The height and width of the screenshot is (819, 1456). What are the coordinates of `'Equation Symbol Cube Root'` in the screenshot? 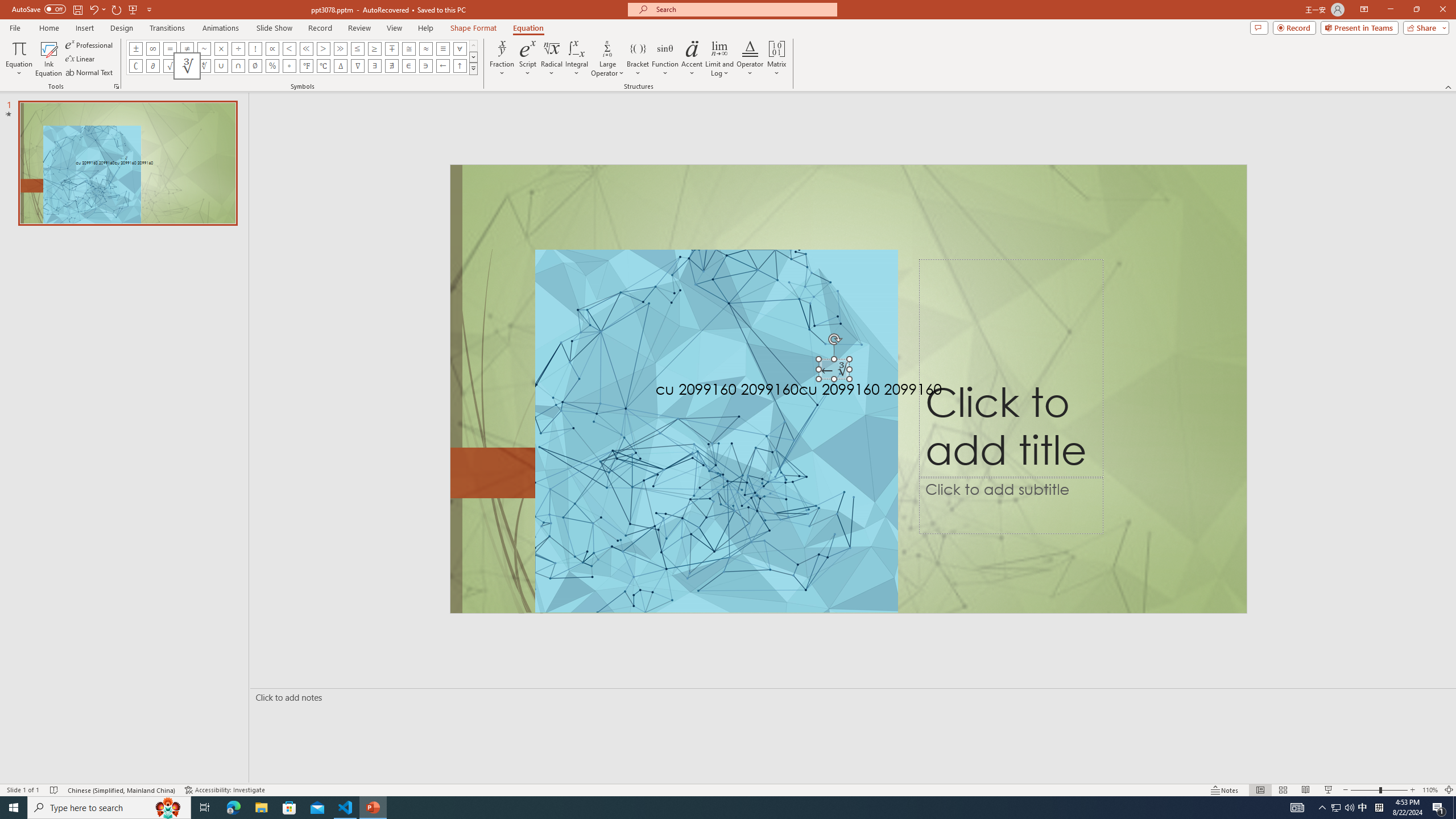 It's located at (186, 65).